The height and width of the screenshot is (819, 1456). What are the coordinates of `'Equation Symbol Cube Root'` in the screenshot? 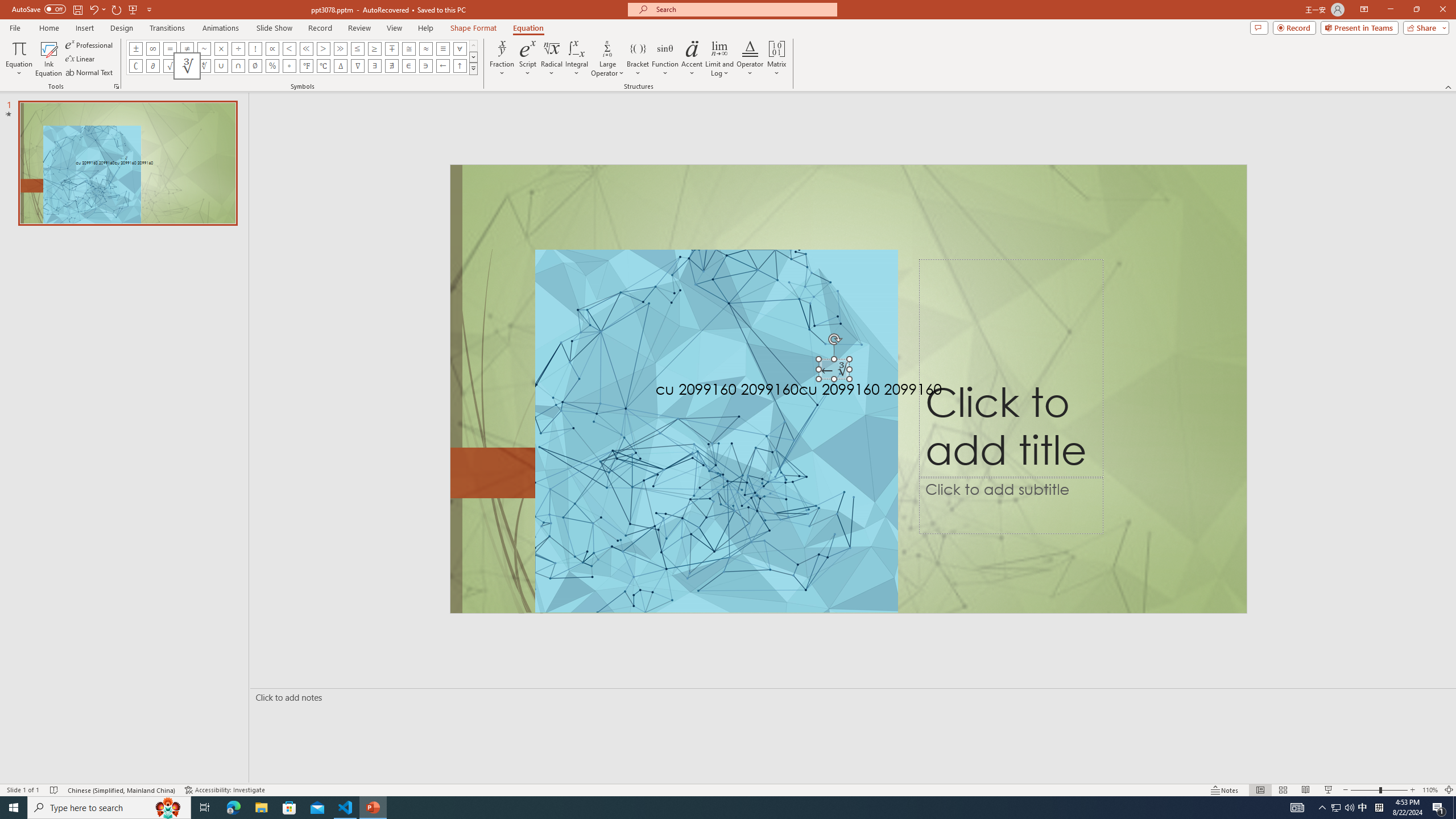 It's located at (186, 65).